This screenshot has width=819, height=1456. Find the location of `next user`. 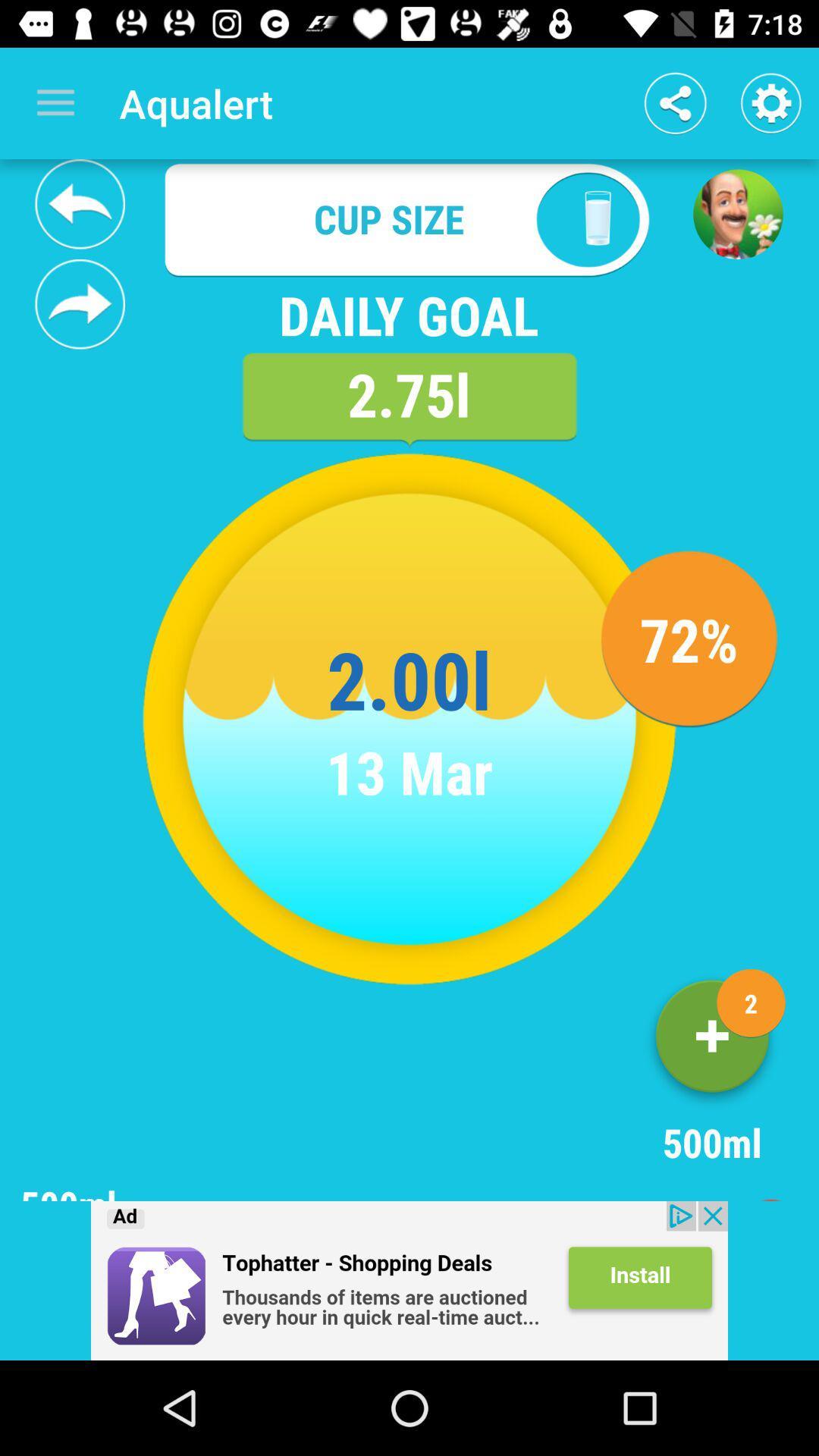

next user is located at coordinates (80, 303).